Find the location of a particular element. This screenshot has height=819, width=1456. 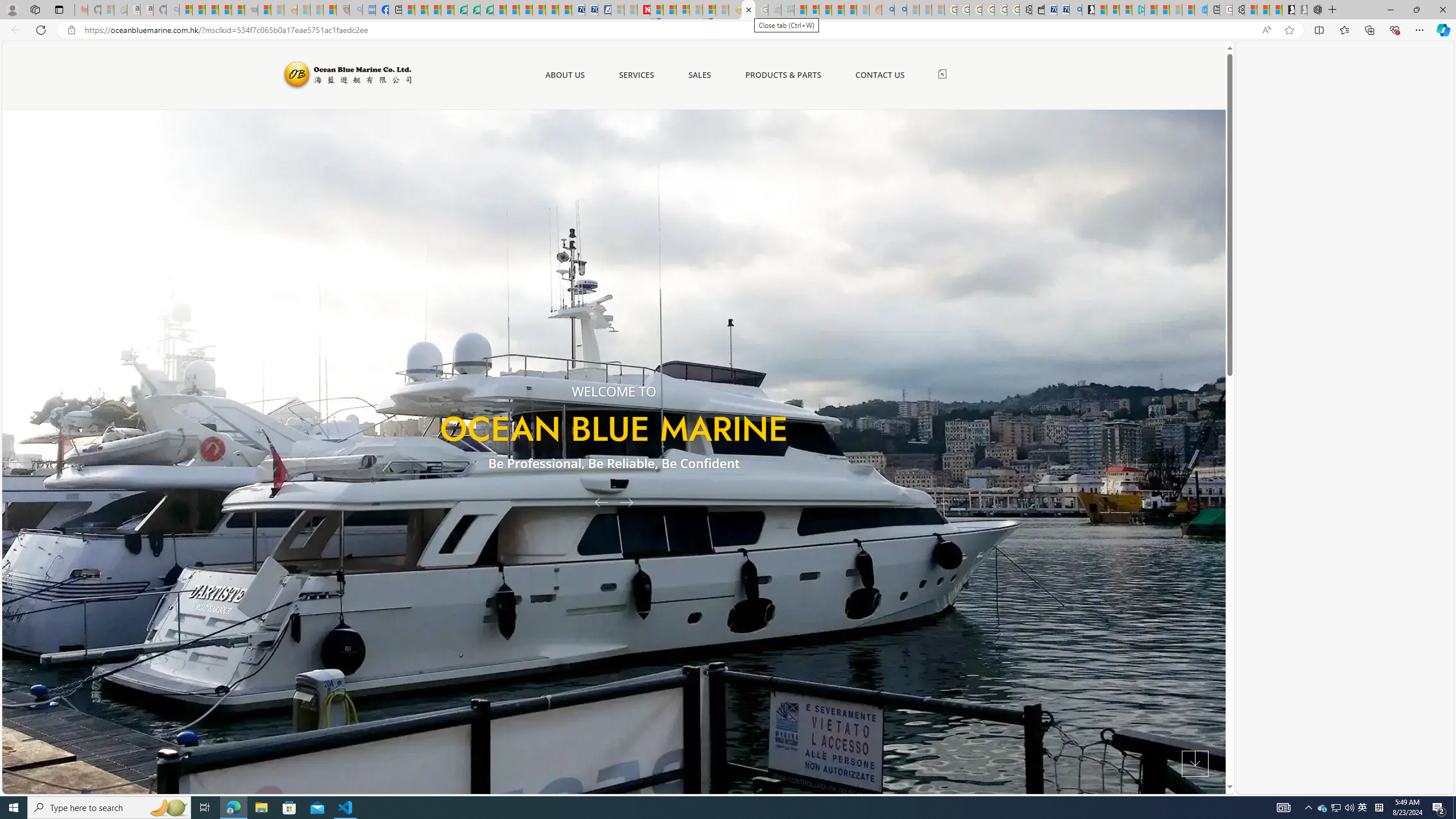

'LendingTree - Compare Lenders' is located at coordinates (461, 9).